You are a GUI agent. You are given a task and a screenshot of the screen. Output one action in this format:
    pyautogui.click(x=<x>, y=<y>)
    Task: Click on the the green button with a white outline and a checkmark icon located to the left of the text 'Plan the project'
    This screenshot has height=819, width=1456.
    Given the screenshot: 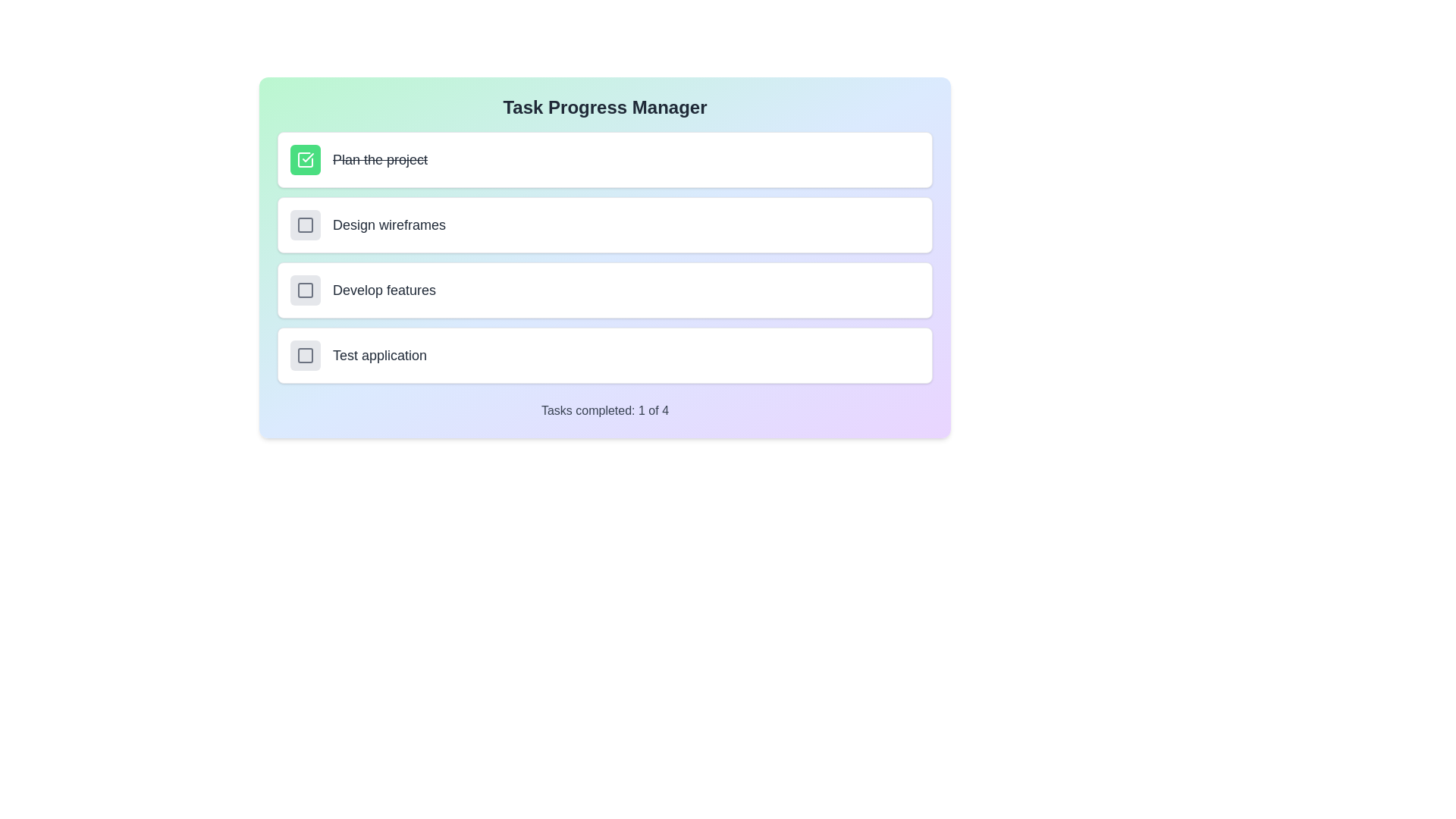 What is the action you would take?
    pyautogui.click(x=305, y=160)
    